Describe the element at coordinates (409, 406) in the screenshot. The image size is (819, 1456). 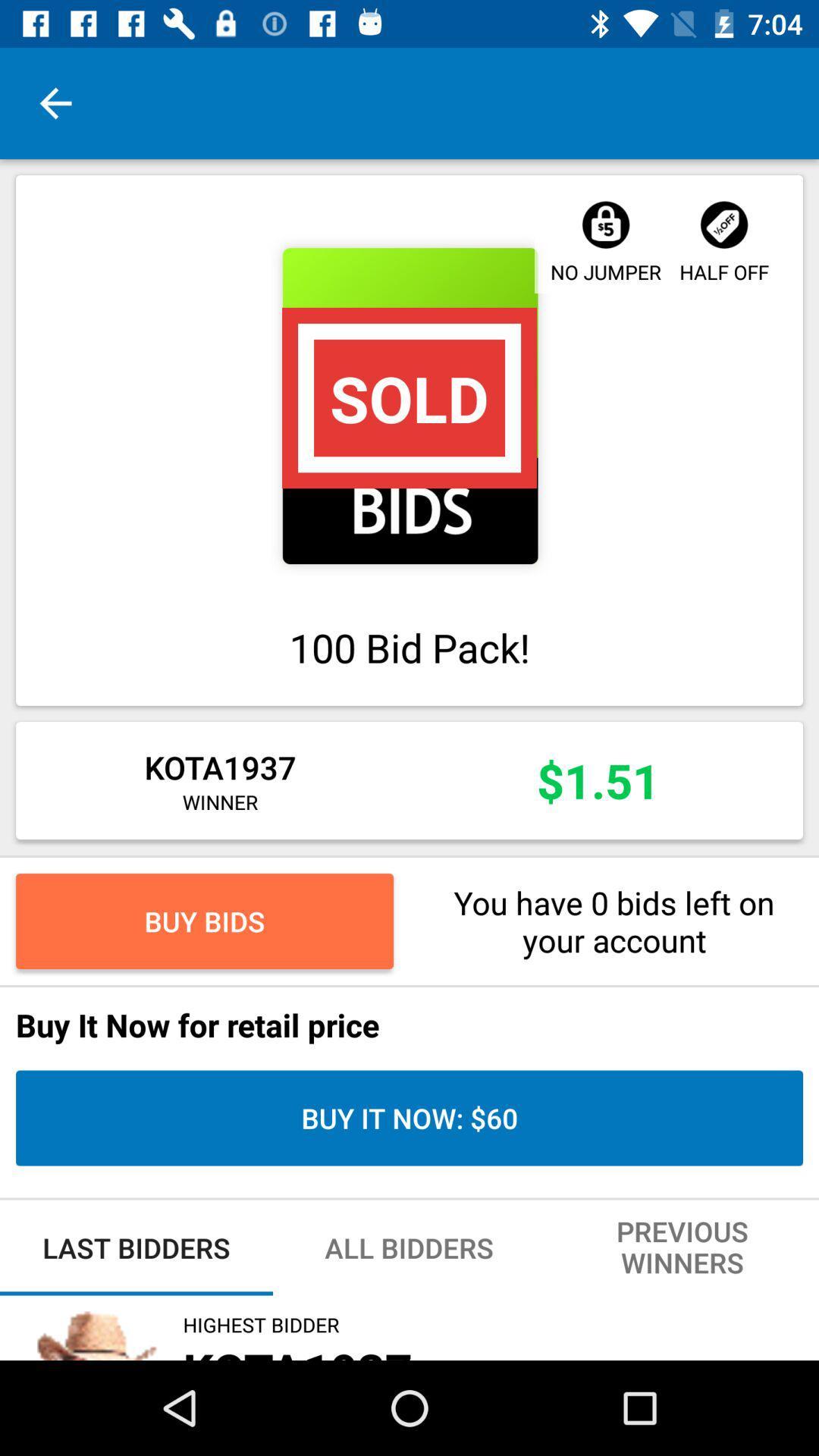
I see `icon above 100 bid pack! item` at that location.